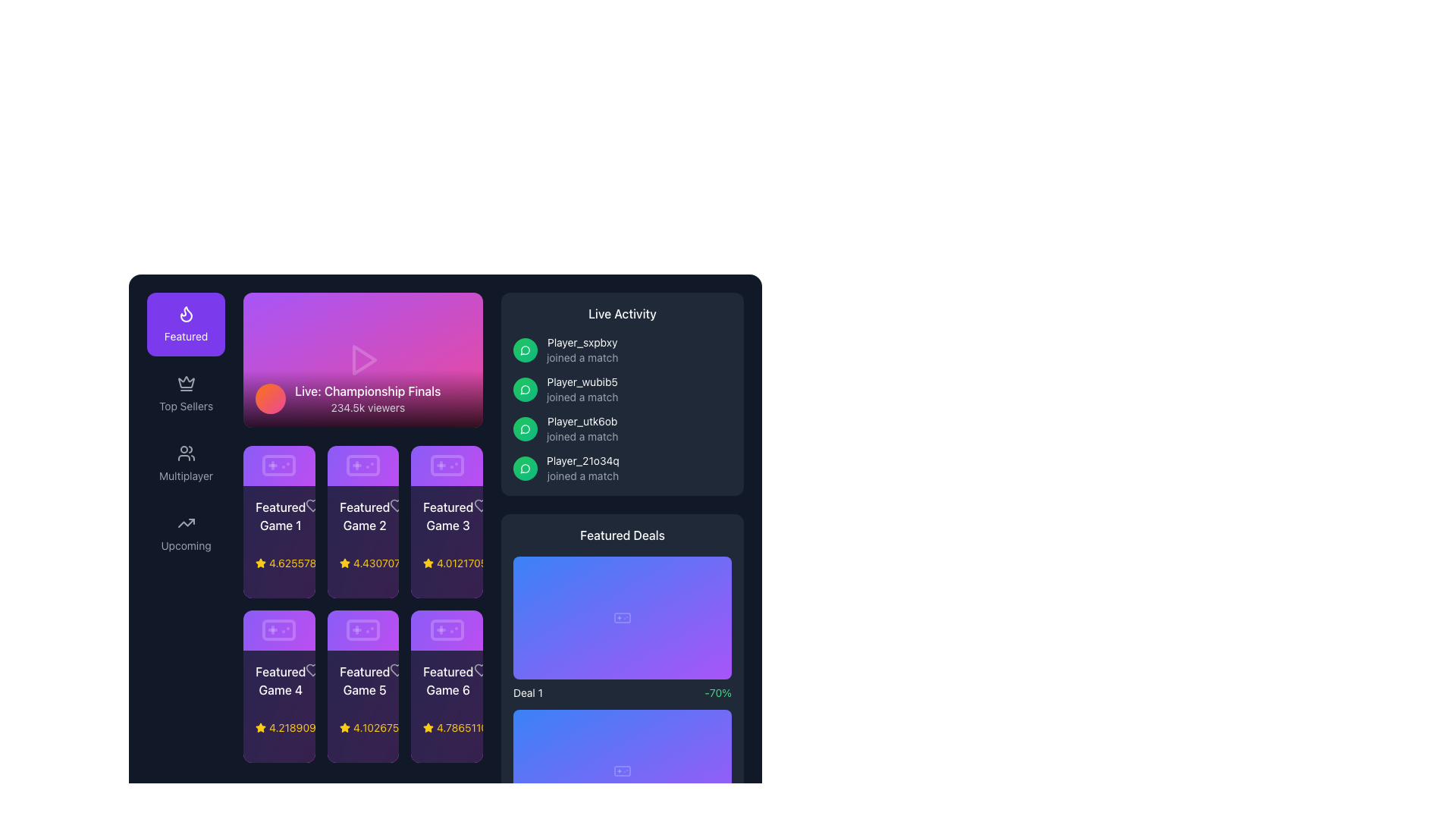  What do you see at coordinates (389, 727) in the screenshot?
I see `the Text Label located at the bottom right of the card labeled 'Featured Game 5' in the featured games grid` at bounding box center [389, 727].